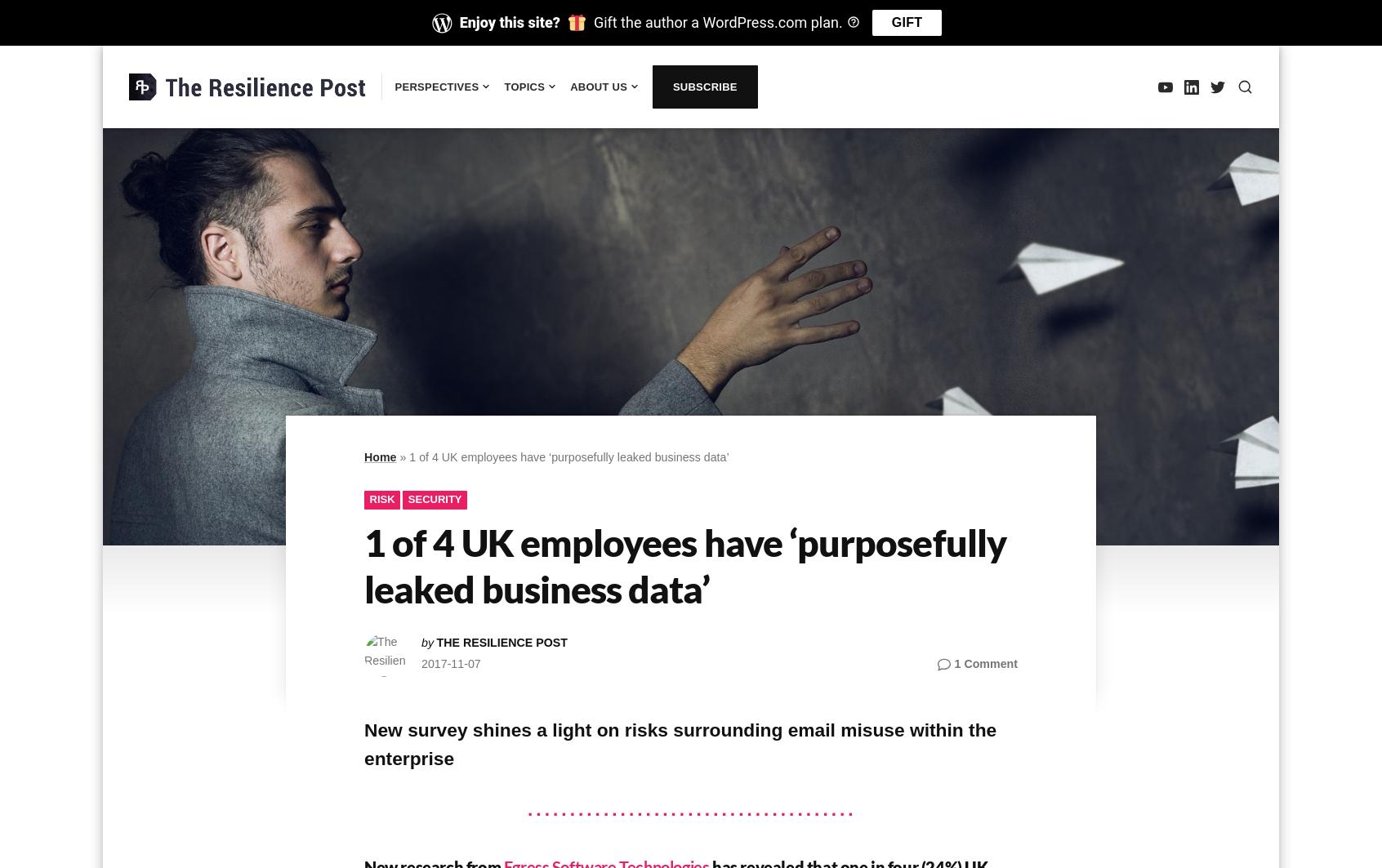  I want to click on 'Risk', so click(381, 497).